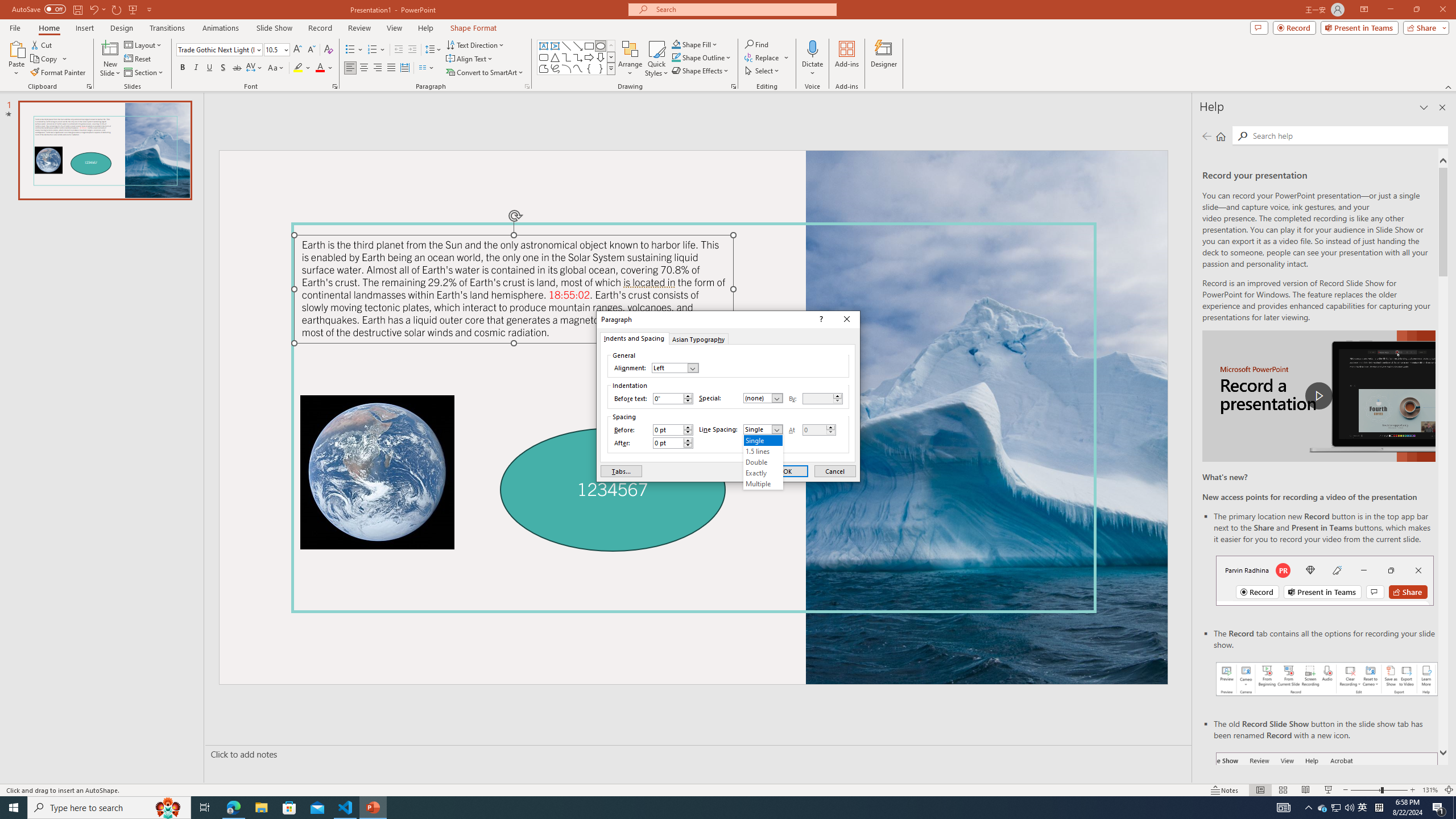 The image size is (1456, 819). I want to click on 'Record your presentations screenshot one', so click(1326, 678).